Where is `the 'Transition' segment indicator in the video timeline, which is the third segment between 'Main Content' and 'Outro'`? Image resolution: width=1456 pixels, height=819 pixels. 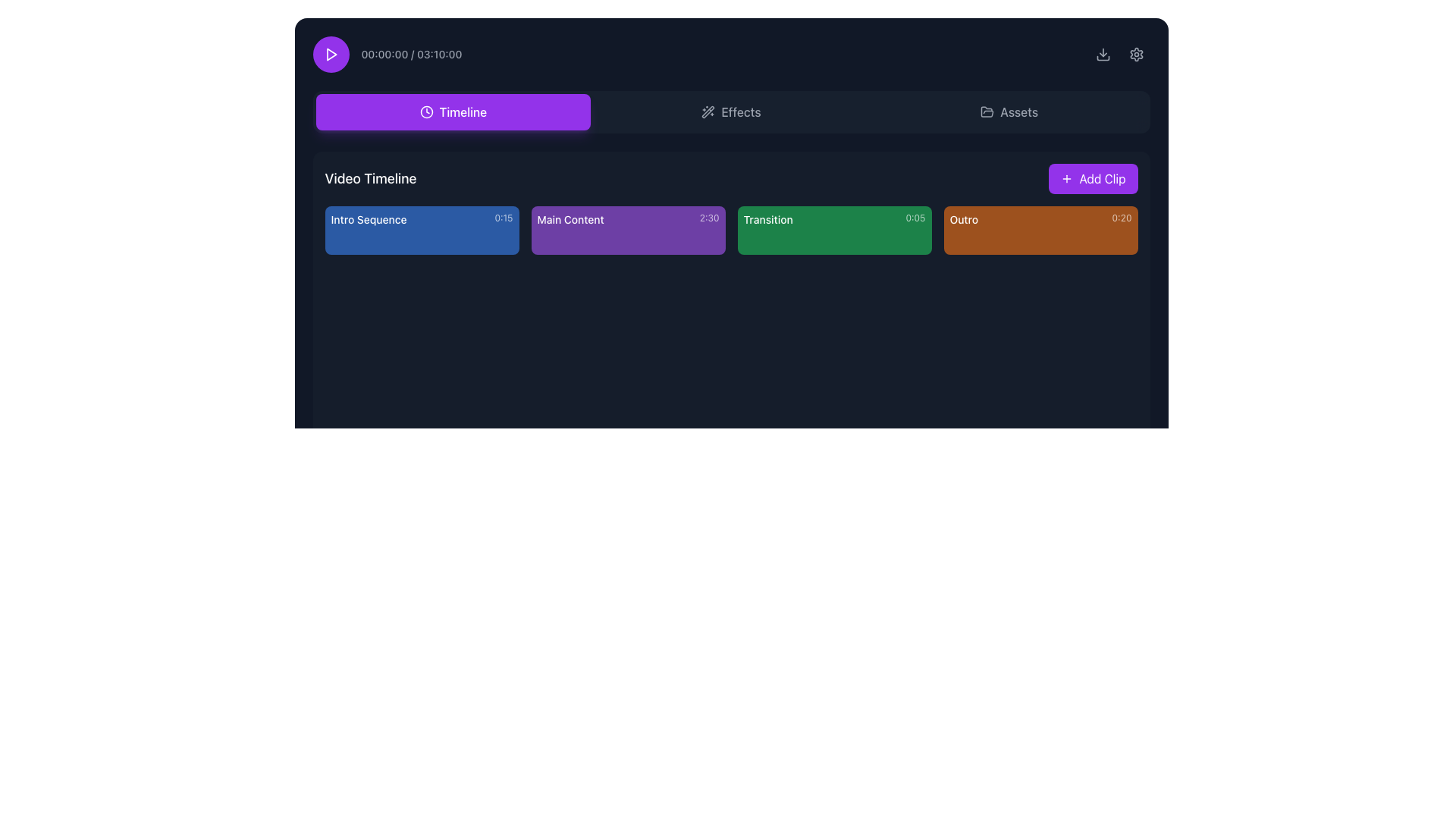 the 'Transition' segment indicator in the video timeline, which is the third segment between 'Main Content' and 'Outro' is located at coordinates (731, 231).